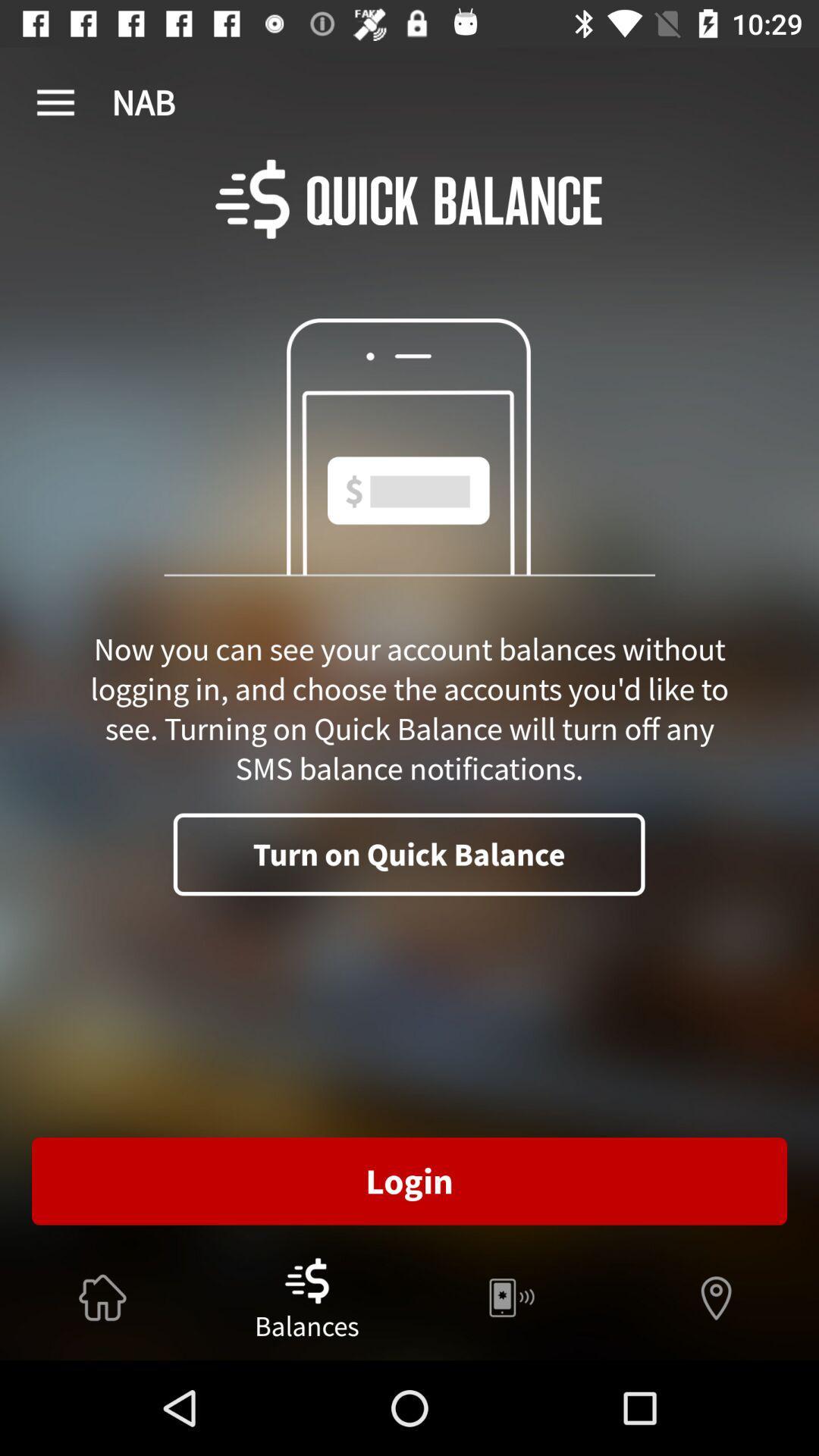 This screenshot has width=819, height=1456. Describe the element at coordinates (409, 1180) in the screenshot. I see `the icon below turn on quick icon` at that location.